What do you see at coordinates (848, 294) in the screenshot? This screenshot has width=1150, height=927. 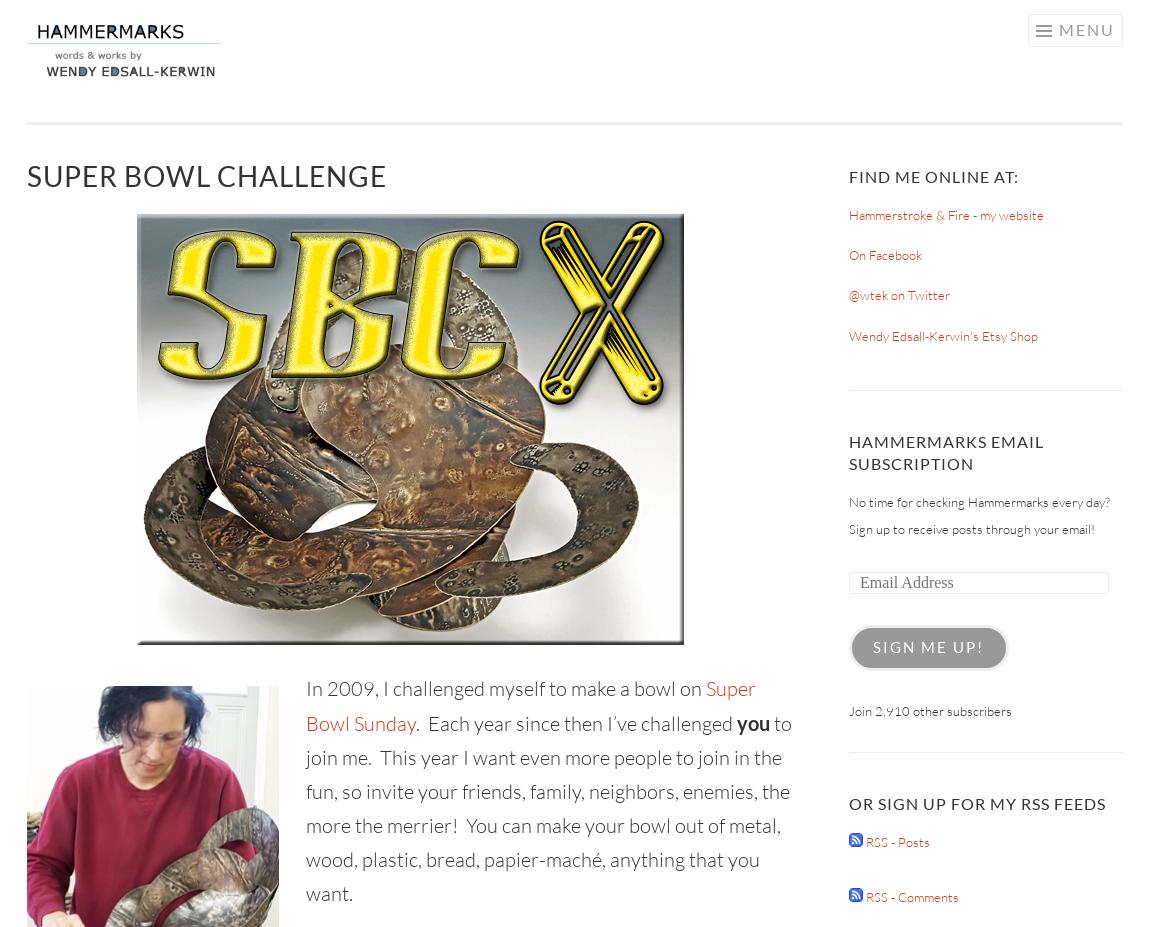 I see `'@wtek on Twitter'` at bounding box center [848, 294].